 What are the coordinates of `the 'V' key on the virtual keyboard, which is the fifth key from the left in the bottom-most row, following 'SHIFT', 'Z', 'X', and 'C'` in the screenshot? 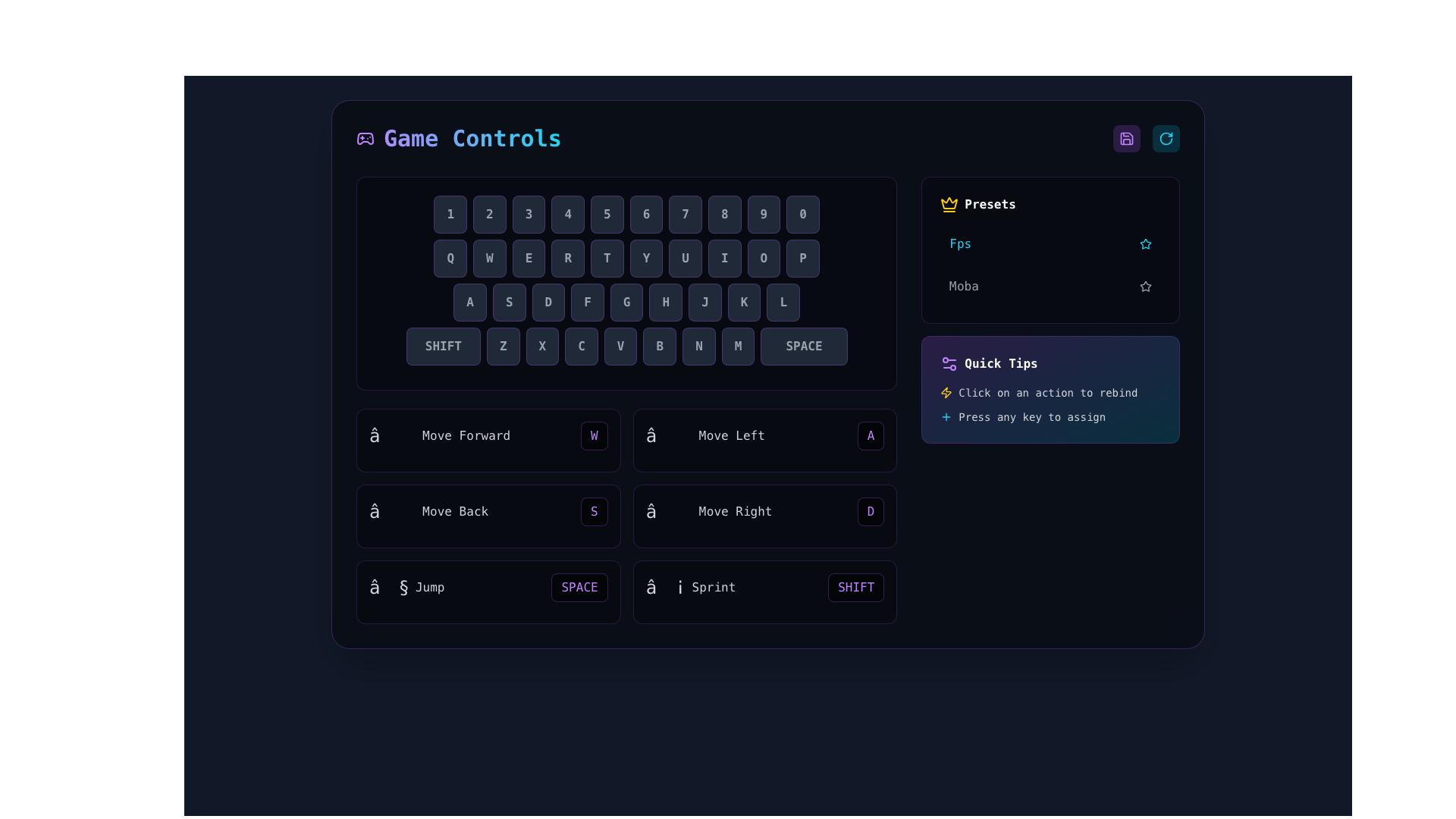 It's located at (626, 346).